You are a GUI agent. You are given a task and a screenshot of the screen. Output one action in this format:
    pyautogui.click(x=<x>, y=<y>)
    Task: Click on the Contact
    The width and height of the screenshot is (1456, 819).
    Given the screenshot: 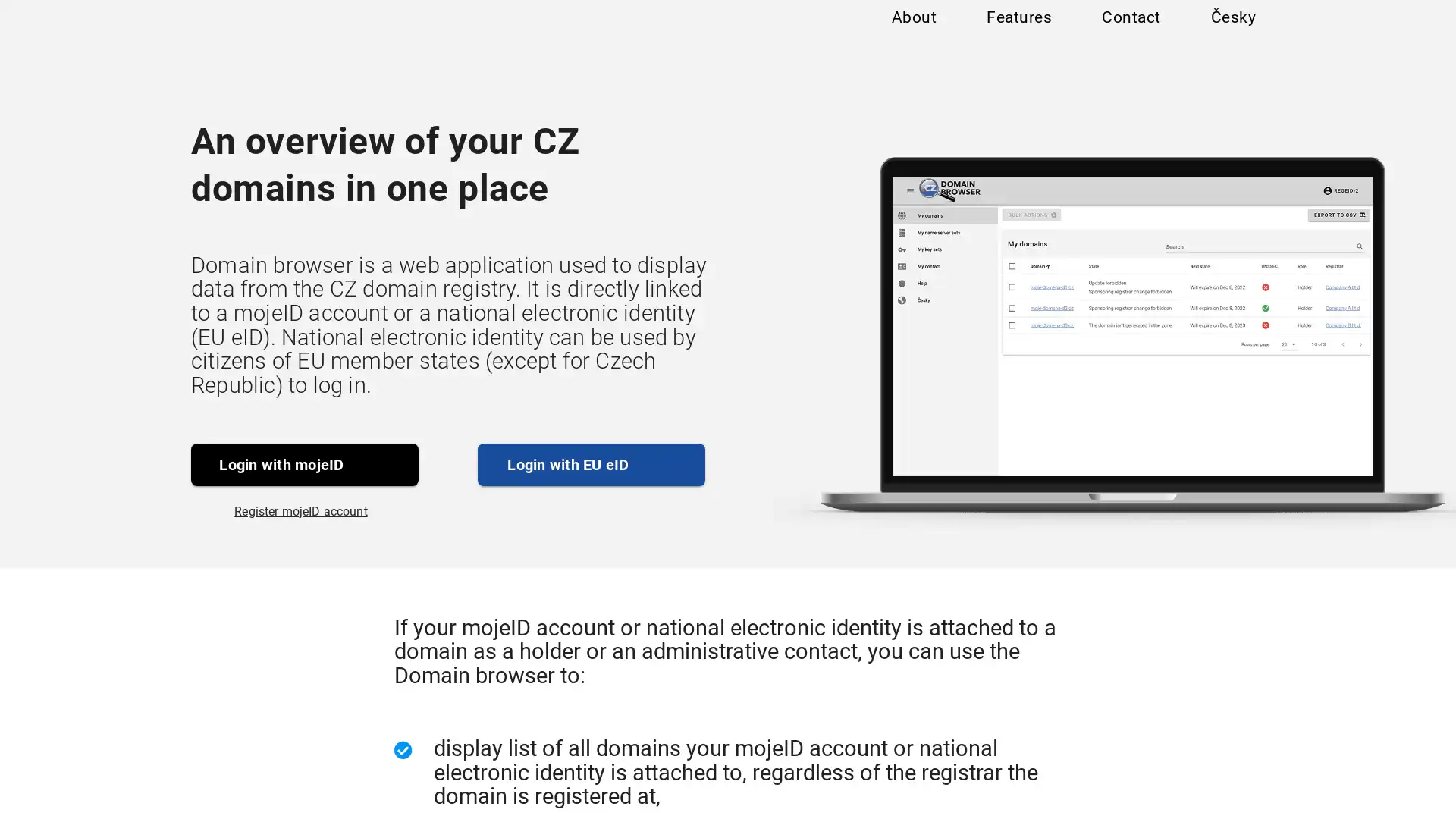 What is the action you would take?
    pyautogui.click(x=1130, y=32)
    